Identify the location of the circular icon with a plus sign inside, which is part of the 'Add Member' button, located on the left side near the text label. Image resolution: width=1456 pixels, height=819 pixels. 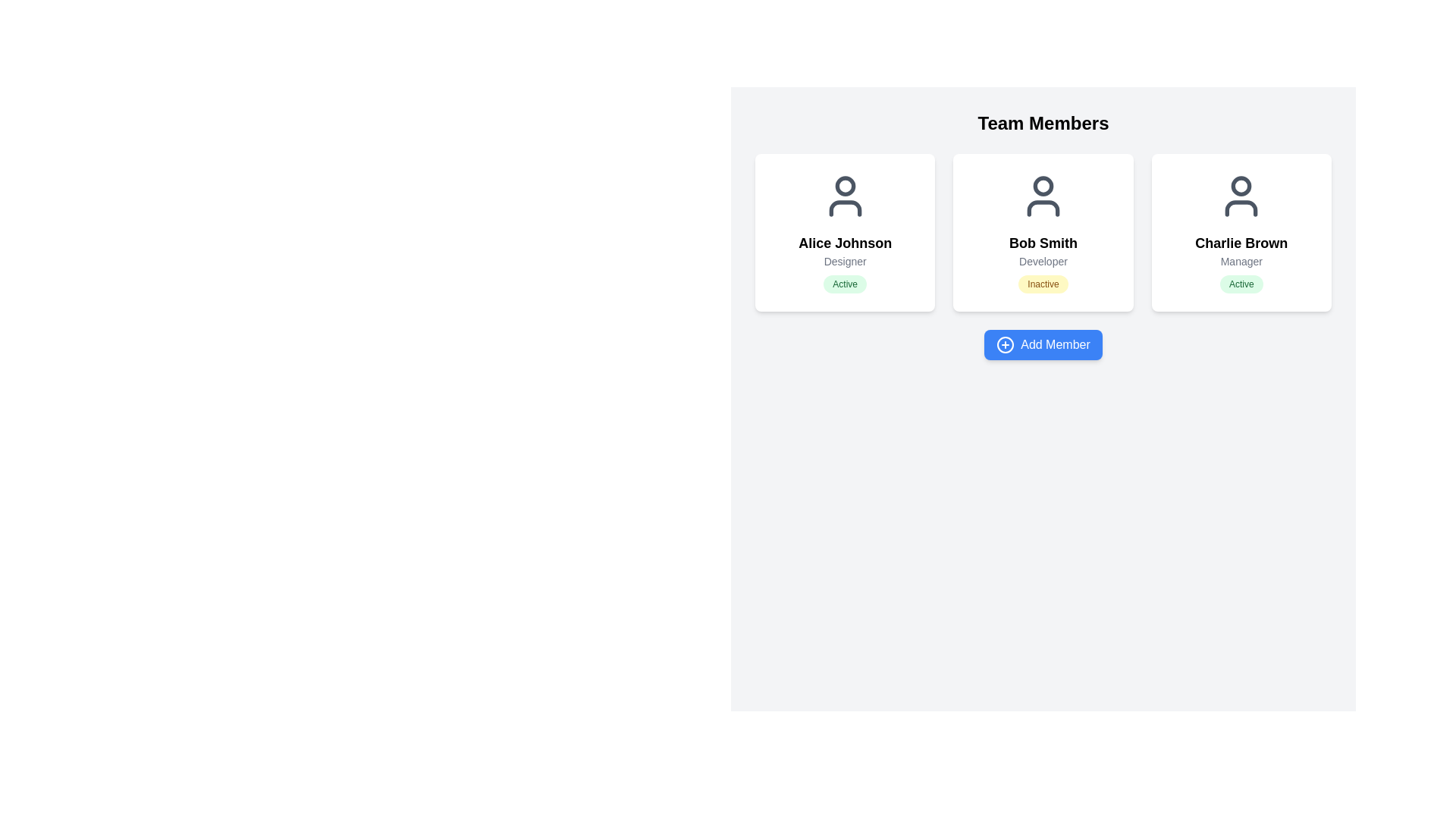
(1006, 345).